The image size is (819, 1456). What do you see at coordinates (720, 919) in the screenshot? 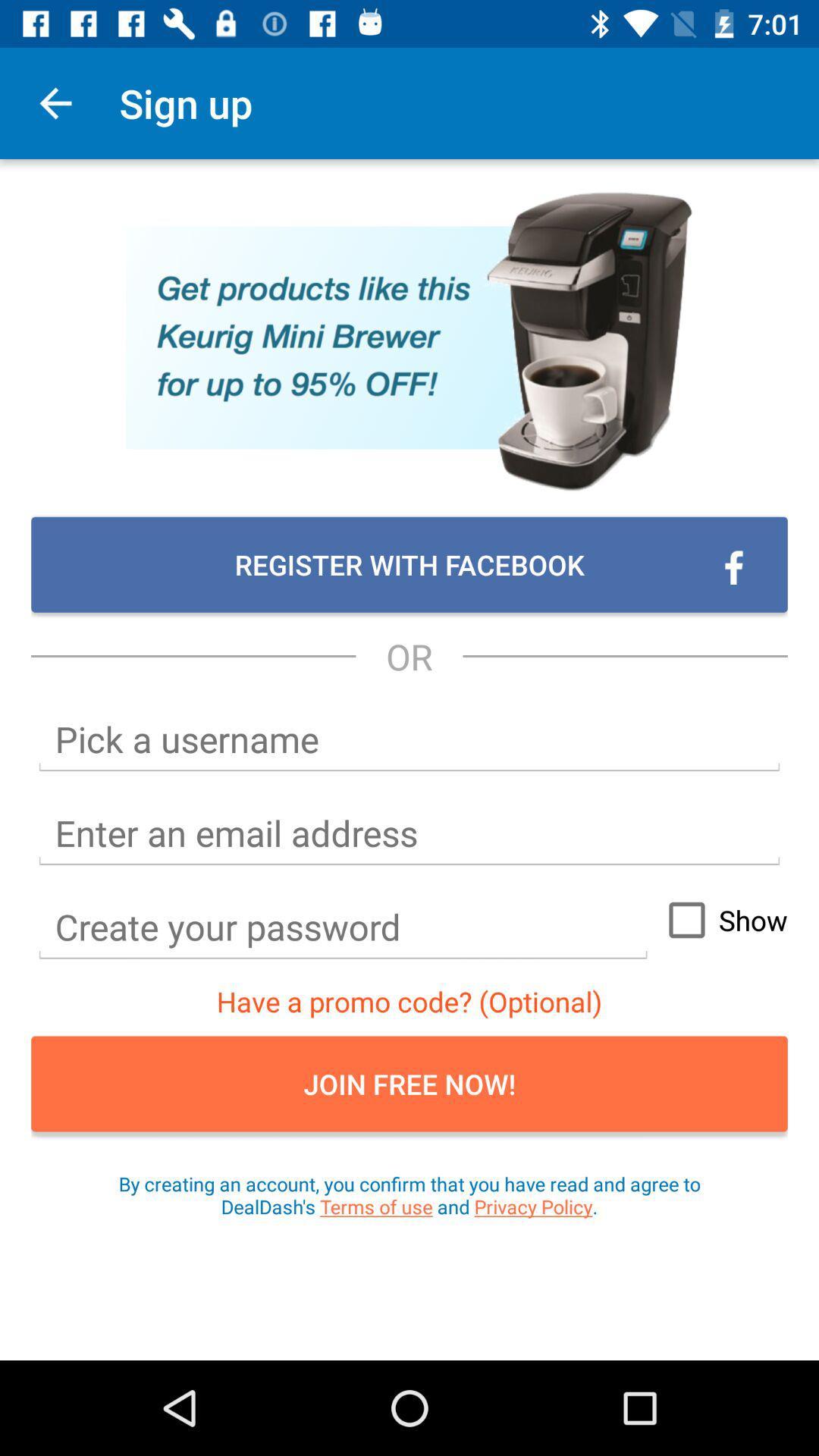
I see `the icon on the right` at bounding box center [720, 919].